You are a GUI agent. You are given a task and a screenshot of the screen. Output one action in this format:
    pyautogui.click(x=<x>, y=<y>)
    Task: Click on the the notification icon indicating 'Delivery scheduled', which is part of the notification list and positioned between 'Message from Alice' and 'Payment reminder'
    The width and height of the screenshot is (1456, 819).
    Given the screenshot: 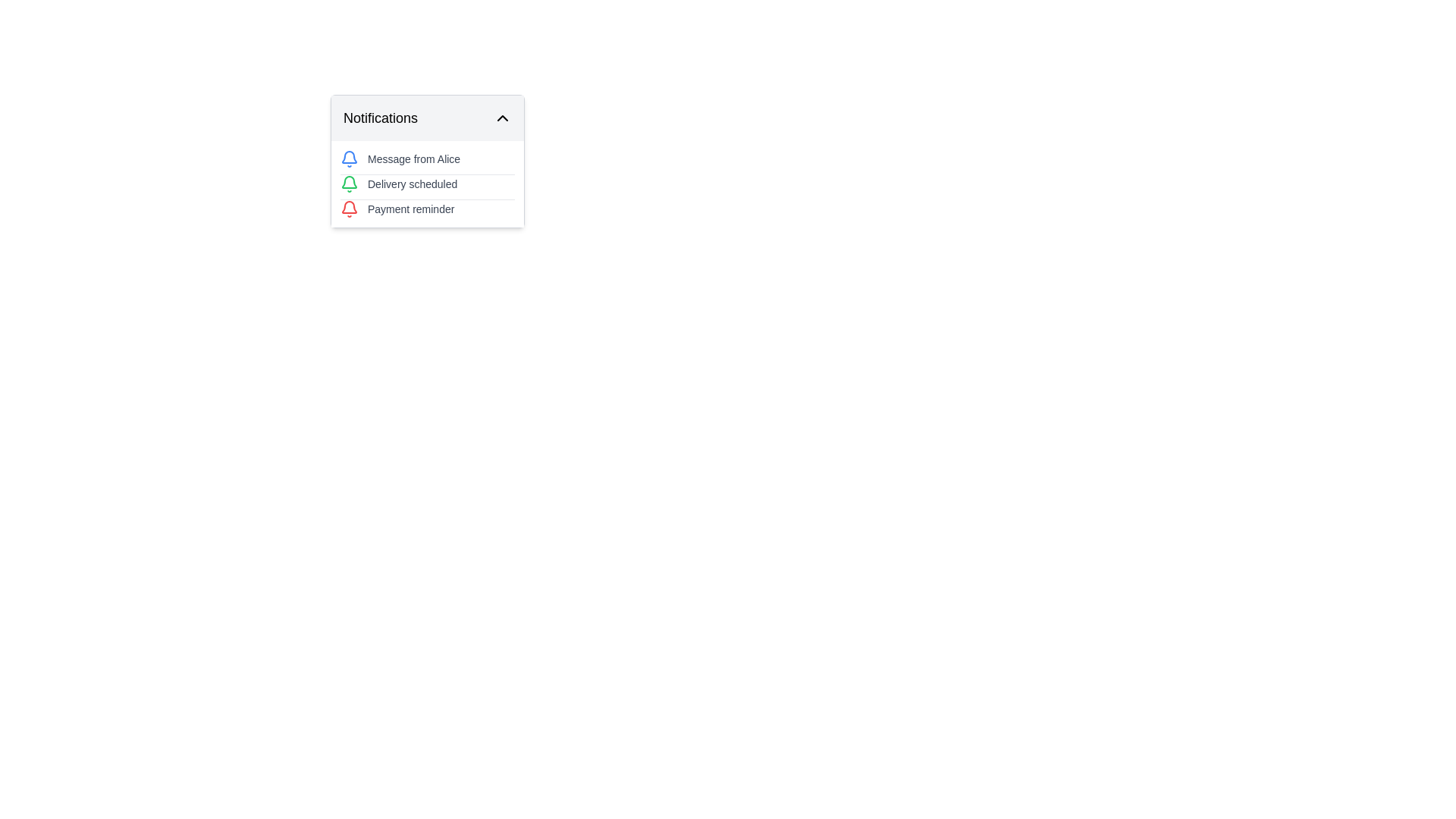 What is the action you would take?
    pyautogui.click(x=348, y=184)
    